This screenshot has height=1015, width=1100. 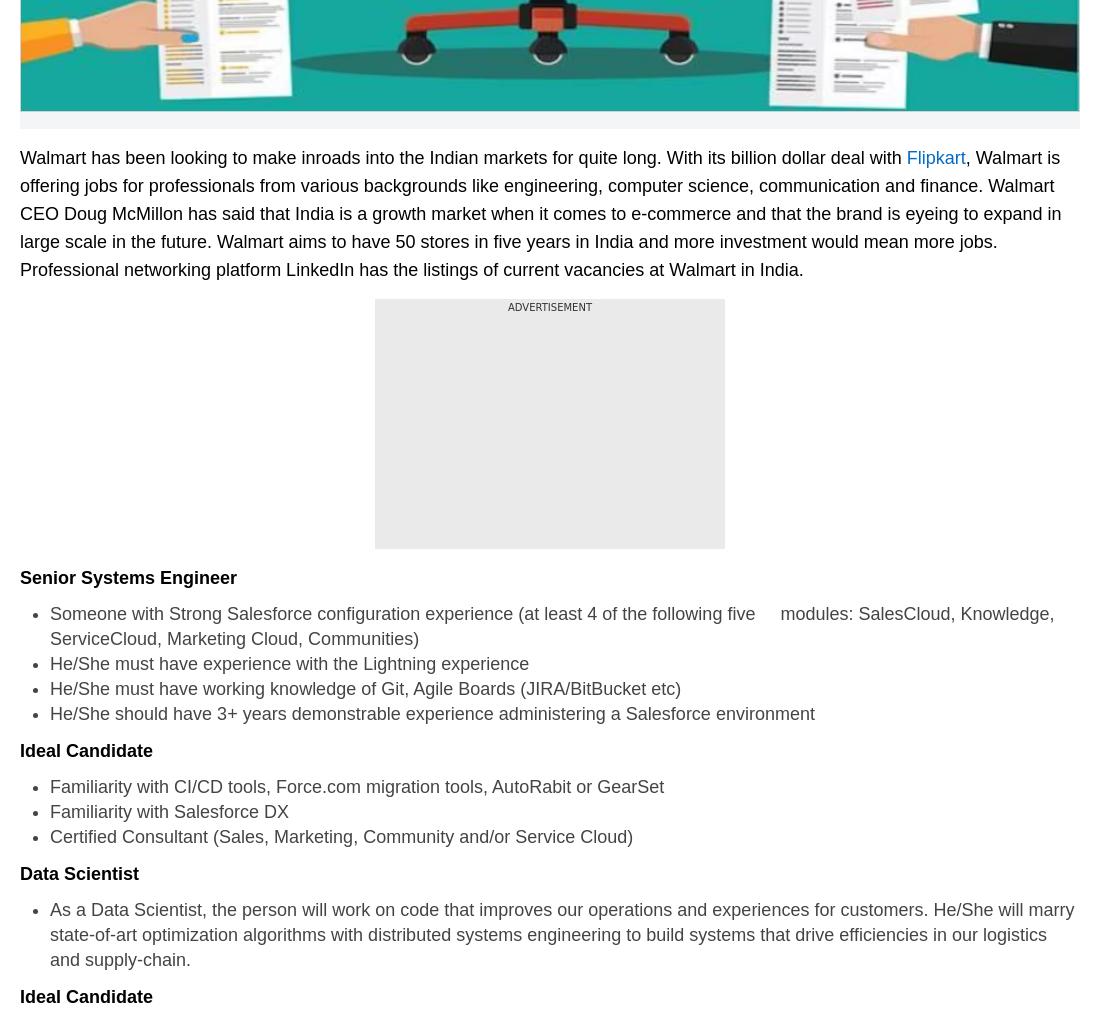 What do you see at coordinates (430, 713) in the screenshot?
I see `'He/She should have 3+ years demonstrable experience administering a Salesforce environment'` at bounding box center [430, 713].